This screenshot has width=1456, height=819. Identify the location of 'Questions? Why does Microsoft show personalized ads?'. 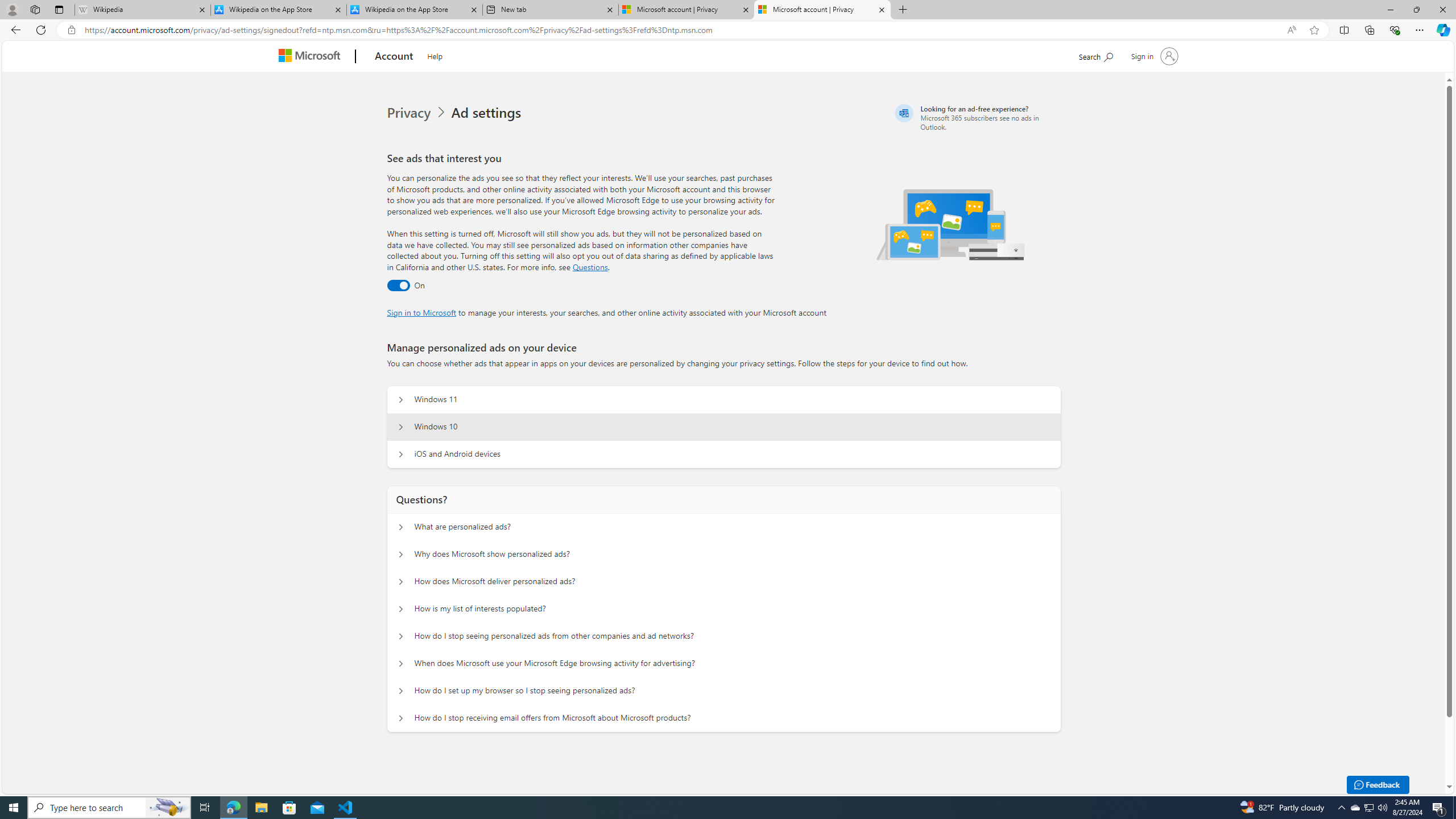
(401, 553).